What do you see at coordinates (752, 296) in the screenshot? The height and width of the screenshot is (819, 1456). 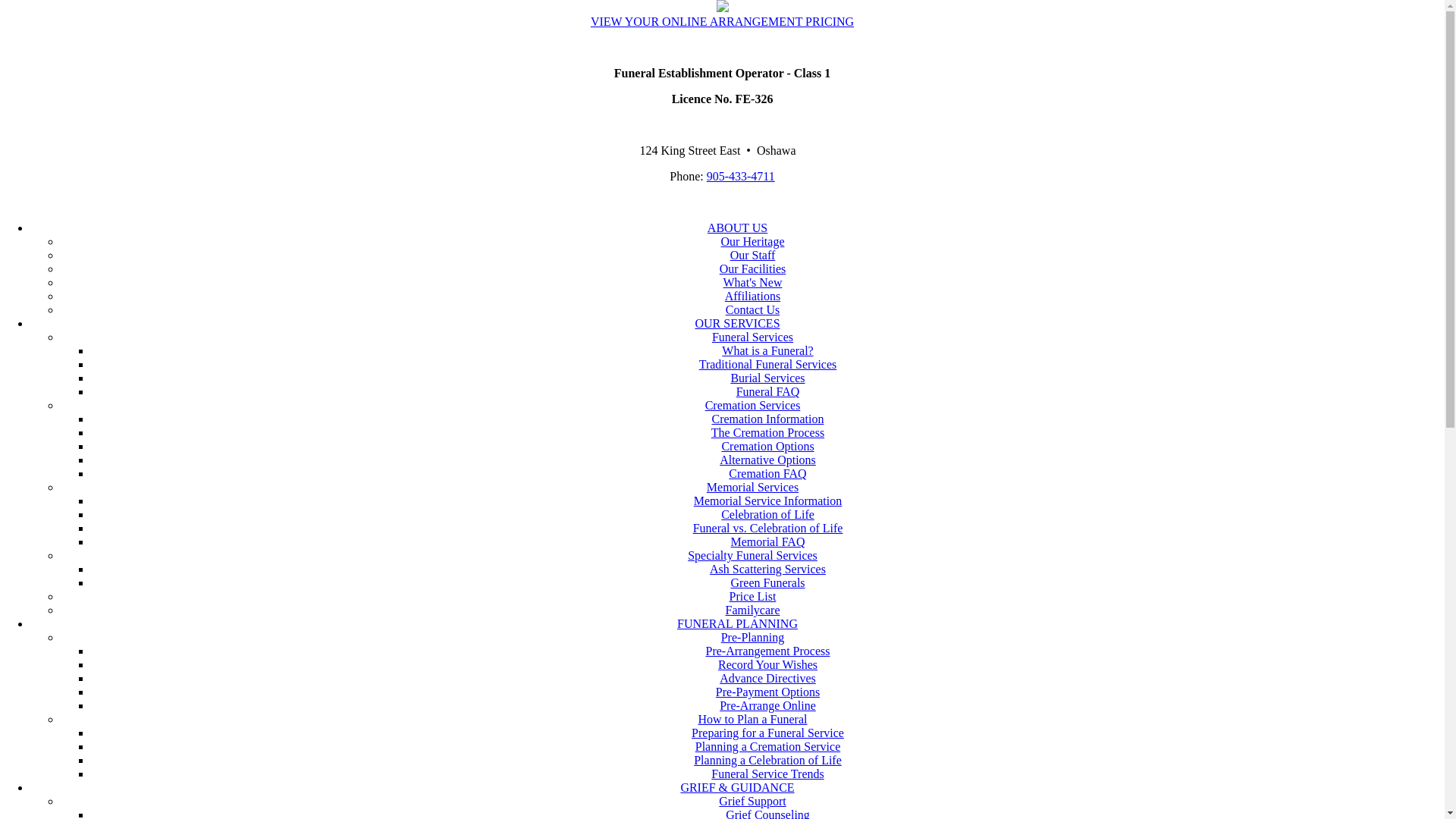 I see `'Affiliations'` at bounding box center [752, 296].